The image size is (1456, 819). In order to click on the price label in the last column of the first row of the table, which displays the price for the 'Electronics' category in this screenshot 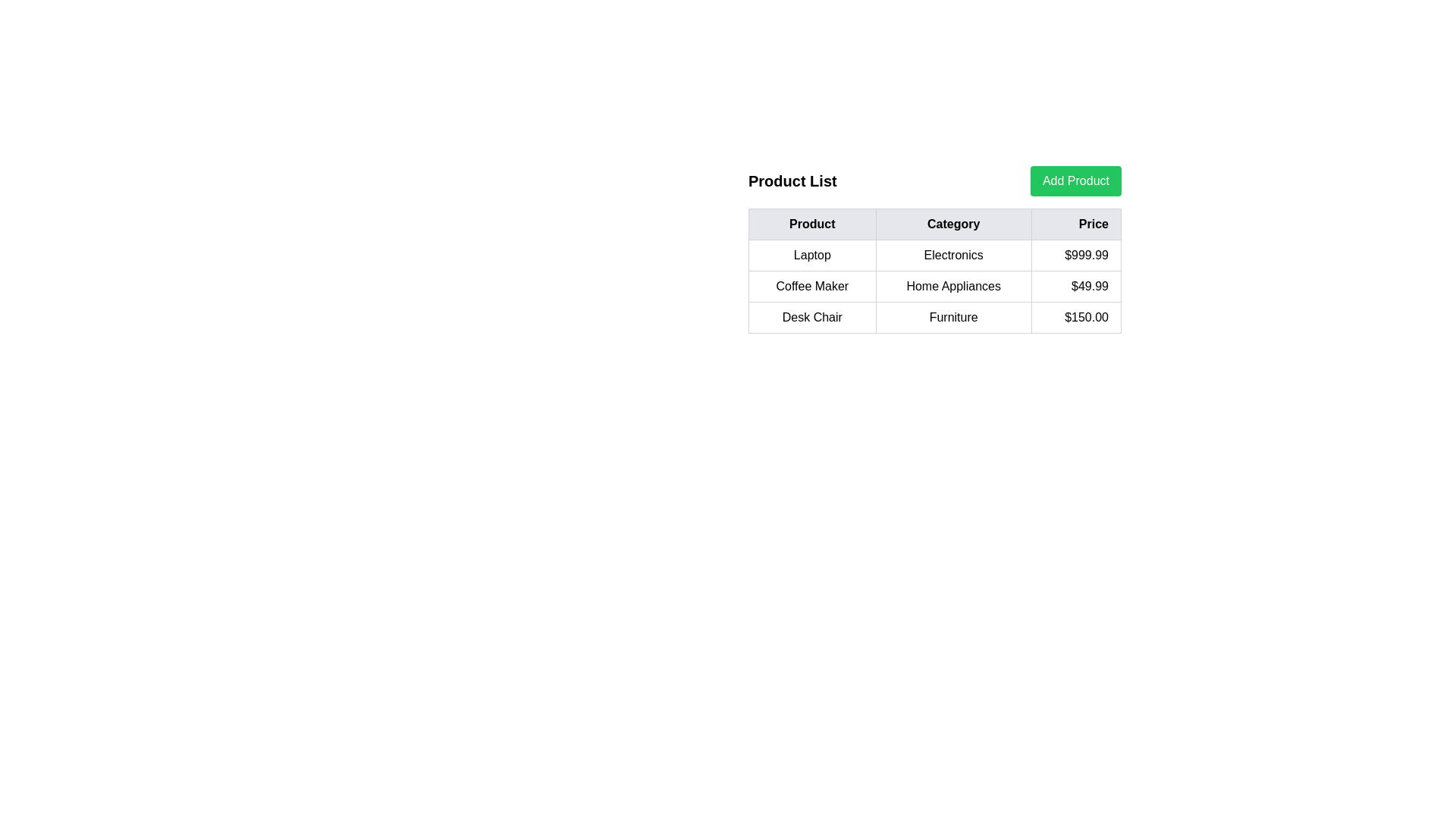, I will do `click(1075, 254)`.